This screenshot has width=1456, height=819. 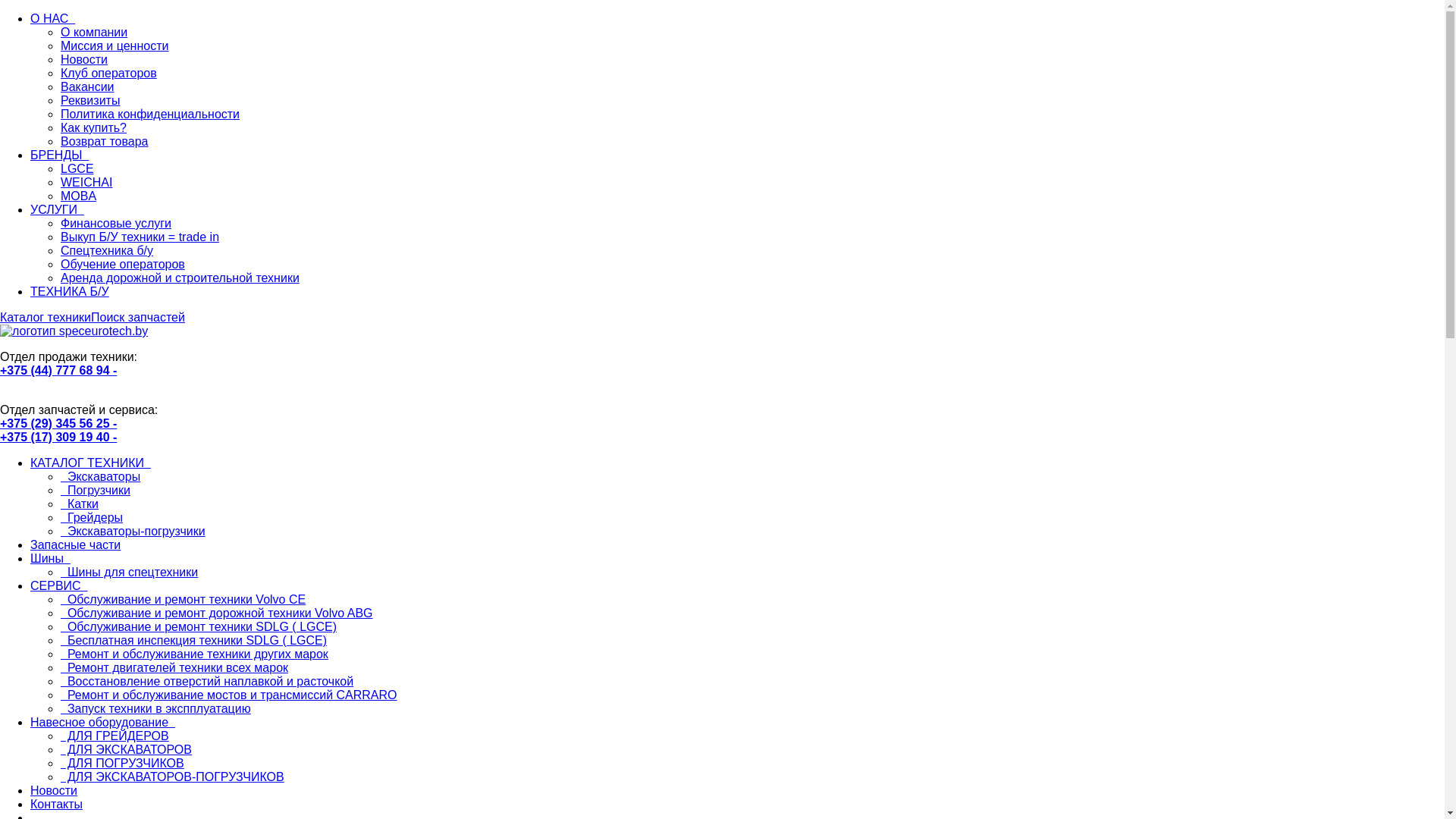 What do you see at coordinates (77, 195) in the screenshot?
I see `'MOBA'` at bounding box center [77, 195].